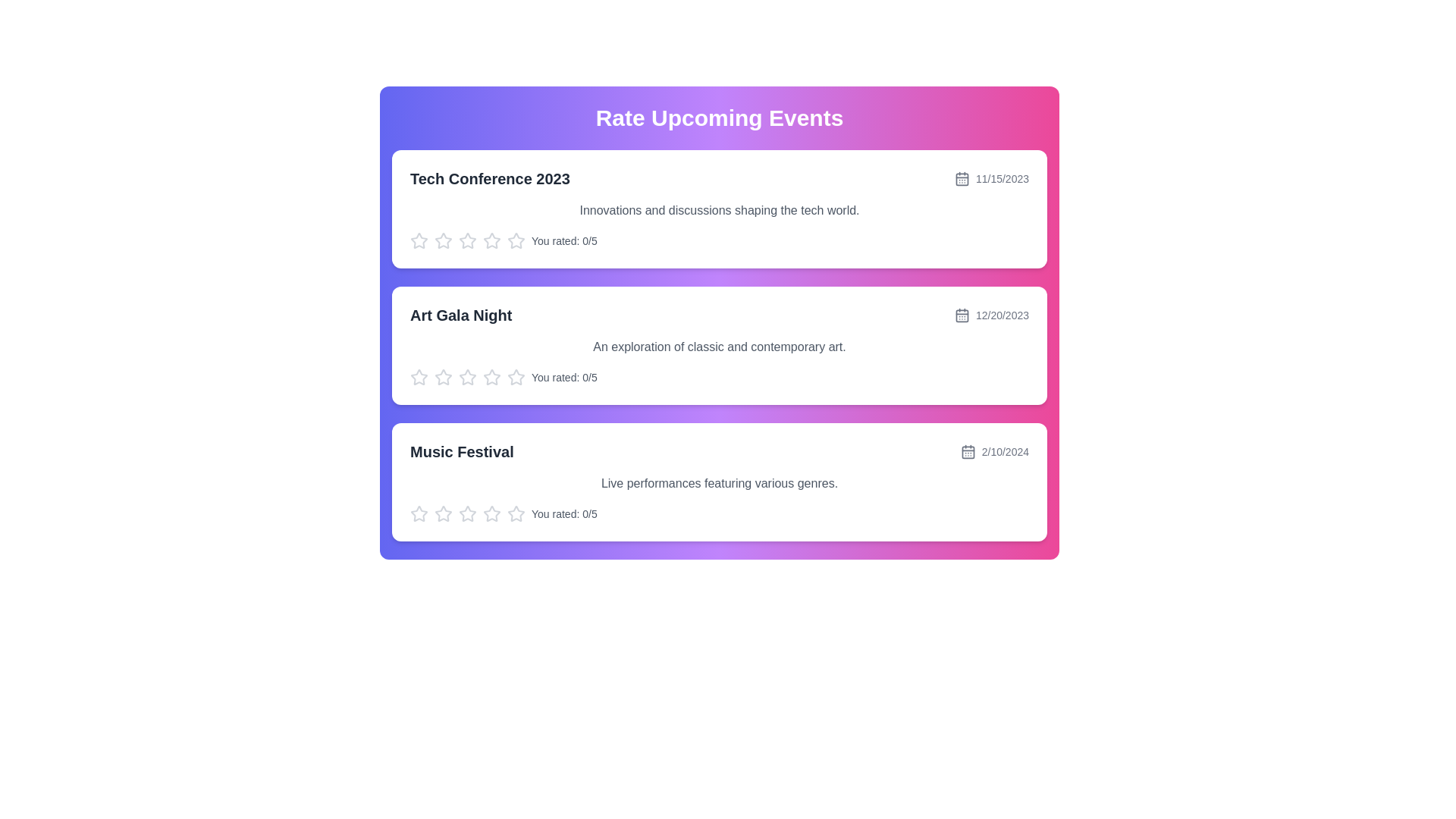 This screenshot has width=1456, height=819. Describe the element at coordinates (443, 376) in the screenshot. I see `the first rating star icon below the 'Art Gala Night' event description` at that location.